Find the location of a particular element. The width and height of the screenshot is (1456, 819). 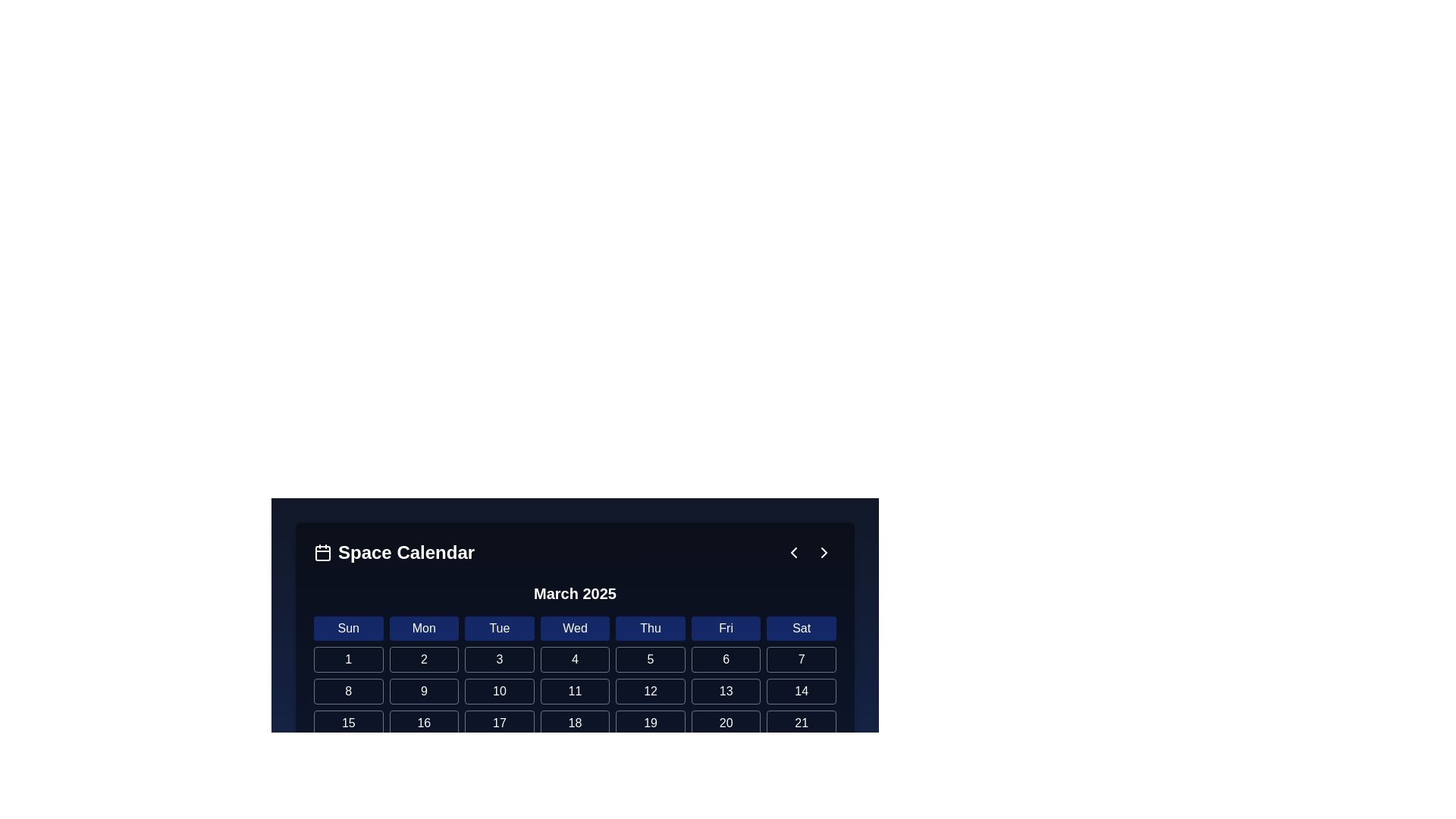

the rectangular button displaying '8' with a dark background and gray border, located in the first column of the second week of the month is located at coordinates (347, 691).